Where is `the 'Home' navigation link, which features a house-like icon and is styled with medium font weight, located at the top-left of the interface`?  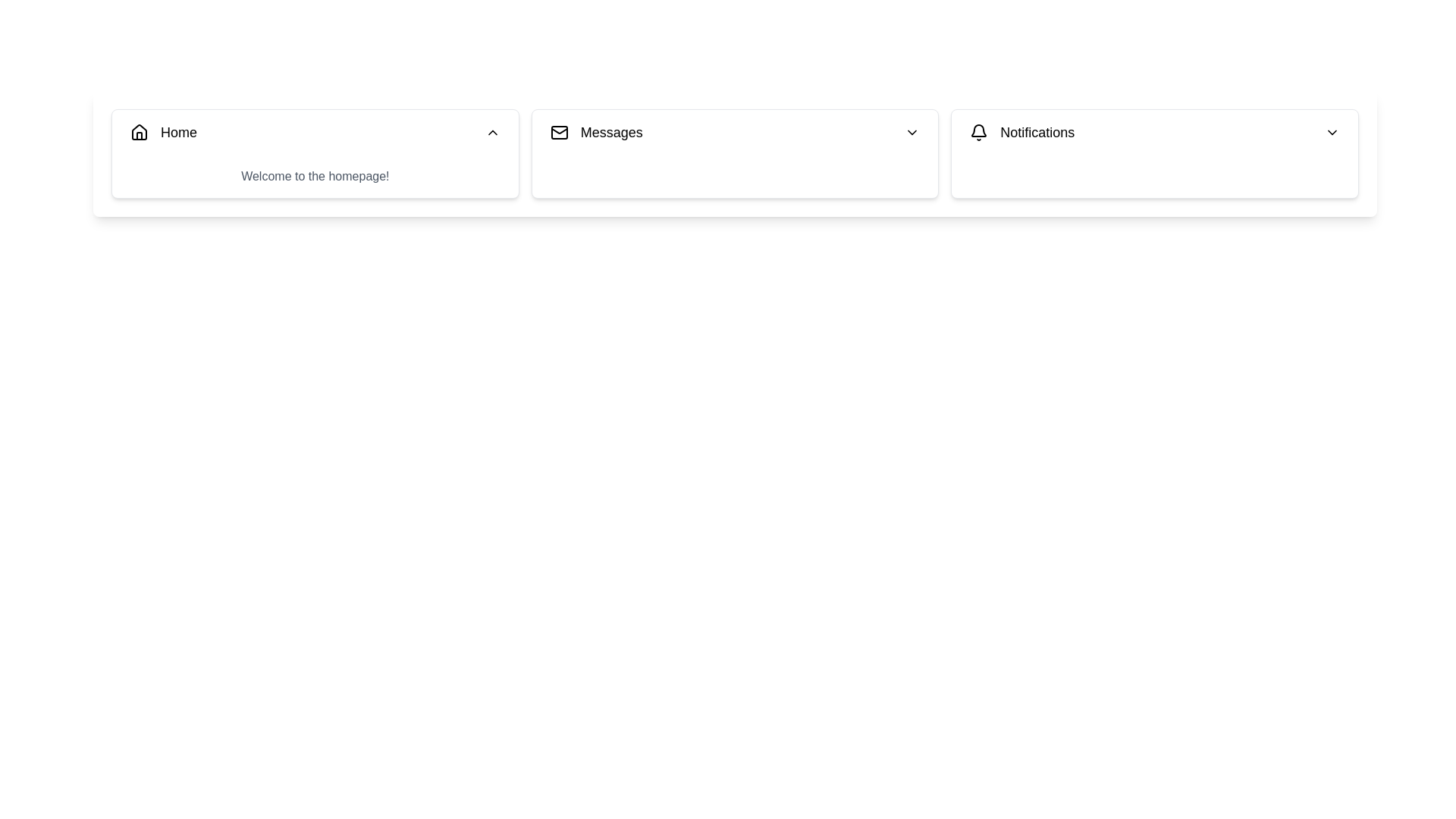
the 'Home' navigation link, which features a house-like icon and is styled with medium font weight, located at the top-left of the interface is located at coordinates (164, 131).